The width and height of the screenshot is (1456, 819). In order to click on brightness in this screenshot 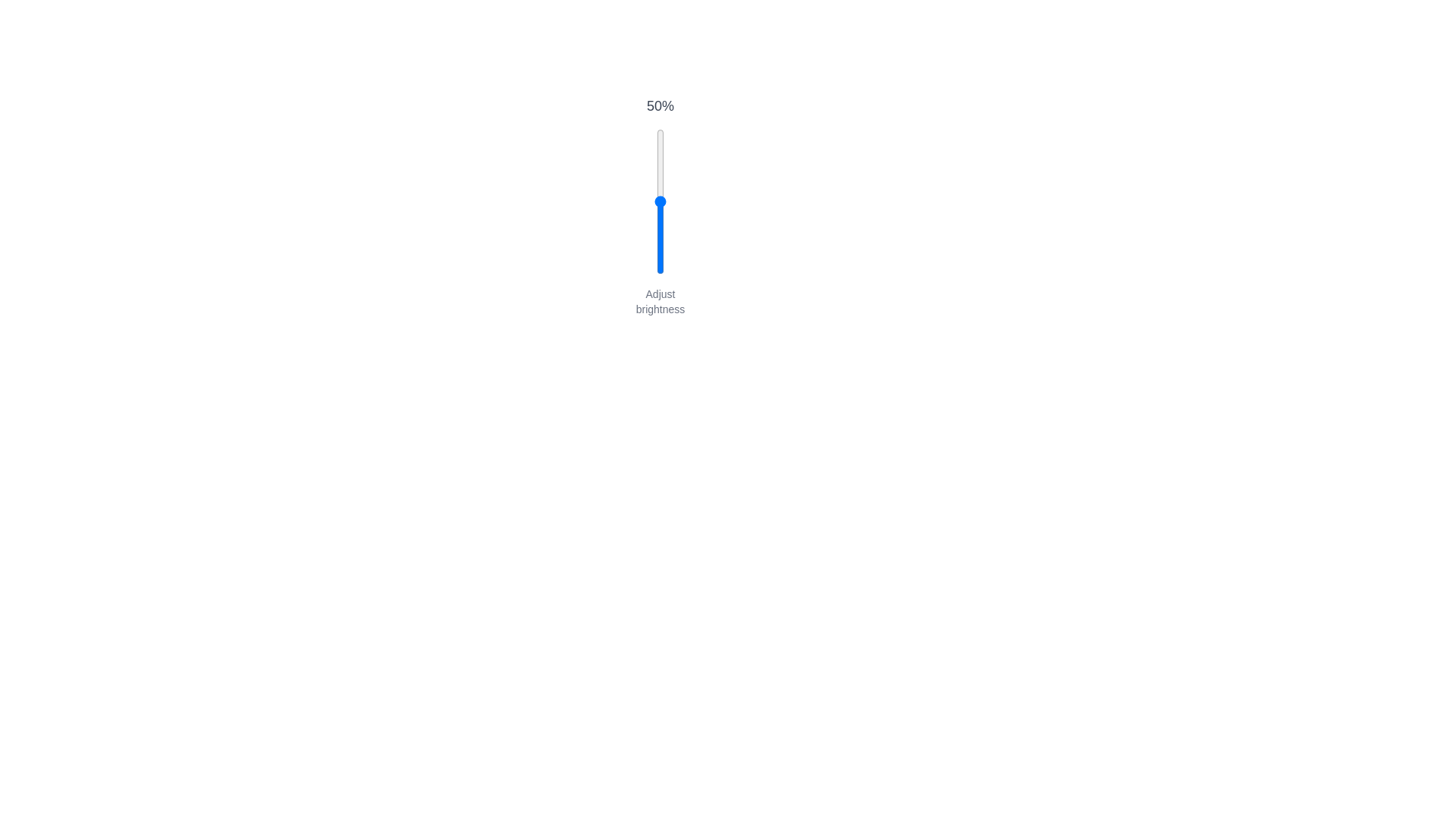, I will do `click(660, 271)`.